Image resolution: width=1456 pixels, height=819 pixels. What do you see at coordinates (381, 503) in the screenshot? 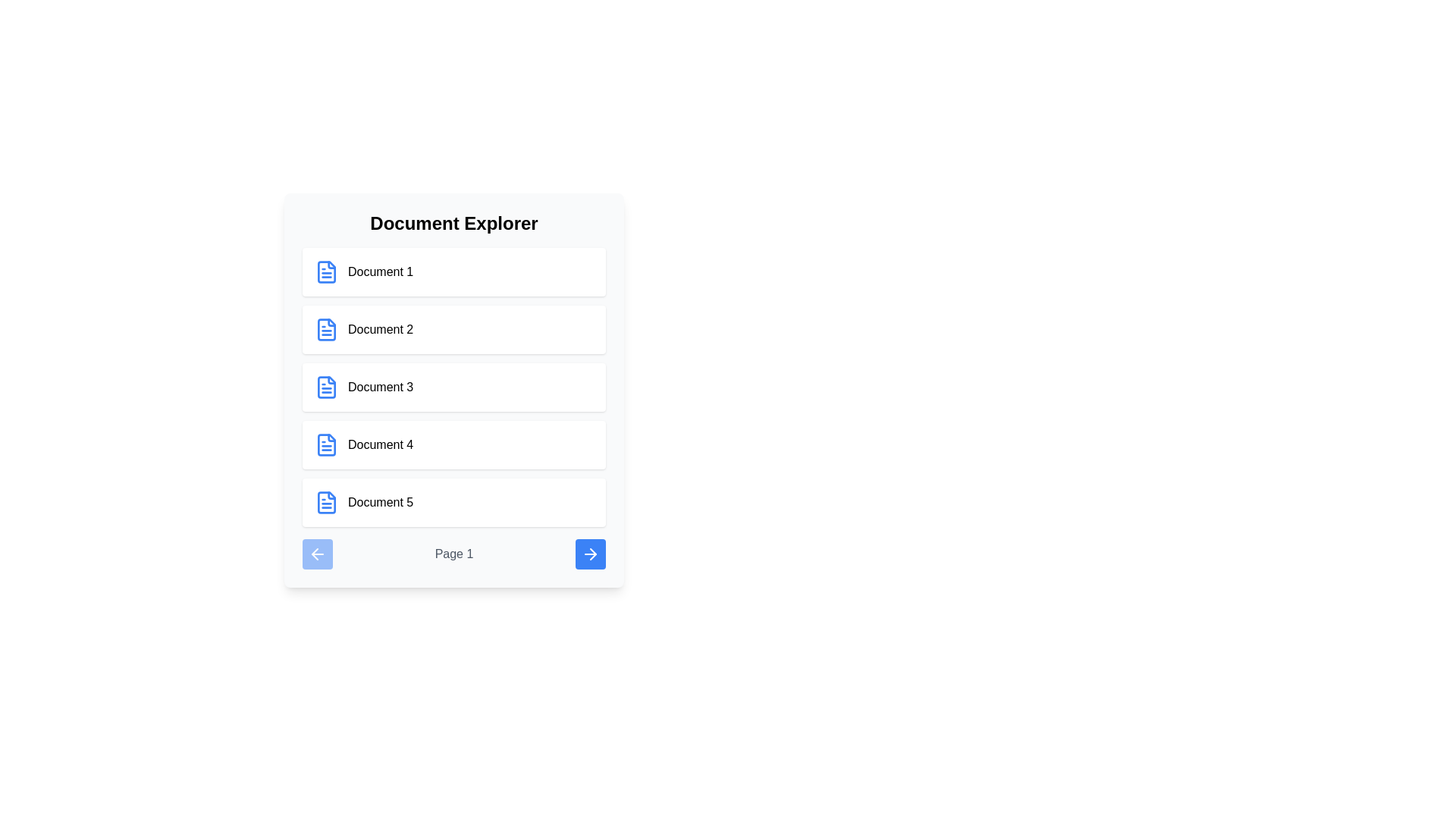
I see `text label displaying 'Document 5', which is styled with a medium font weight and aligned with a blue document icon on its left, positioned as the fifth item in a vertically arranged list of document entries` at bounding box center [381, 503].